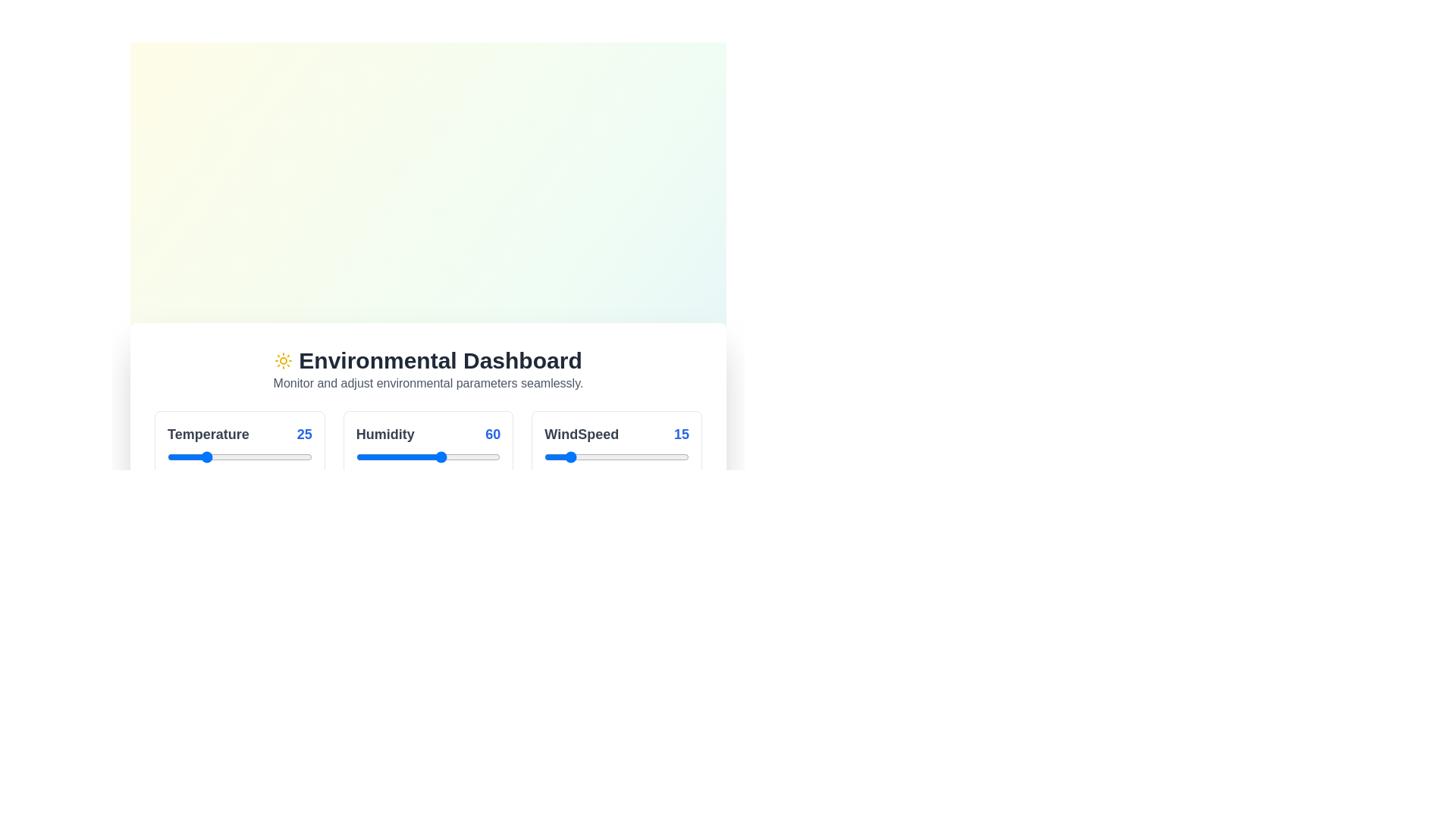 The height and width of the screenshot is (819, 1456). Describe the element at coordinates (257, 456) in the screenshot. I see `the temperature` at that location.